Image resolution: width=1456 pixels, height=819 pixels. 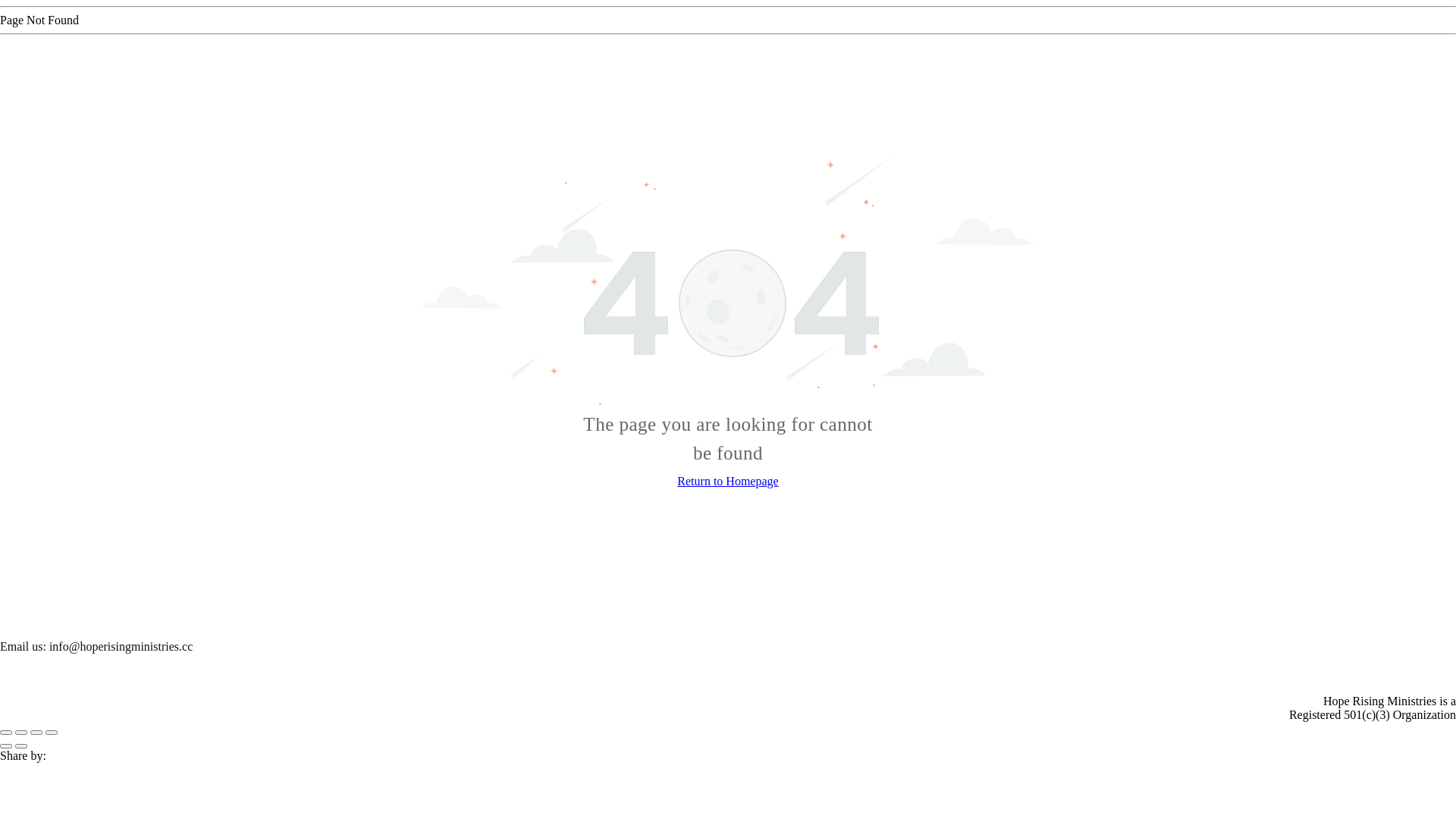 What do you see at coordinates (6, 731) in the screenshot?
I see `'Close (Esc)'` at bounding box center [6, 731].